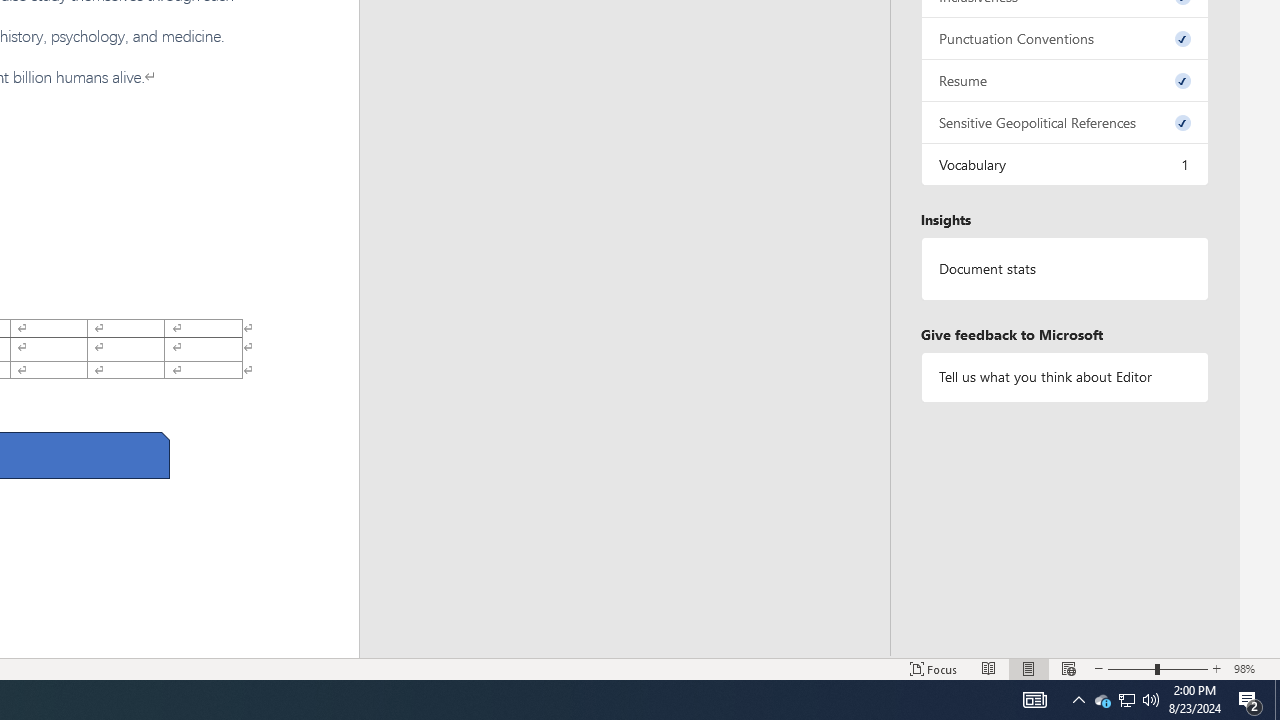  Describe the element at coordinates (1158, 669) in the screenshot. I see `'Zoom'` at that location.